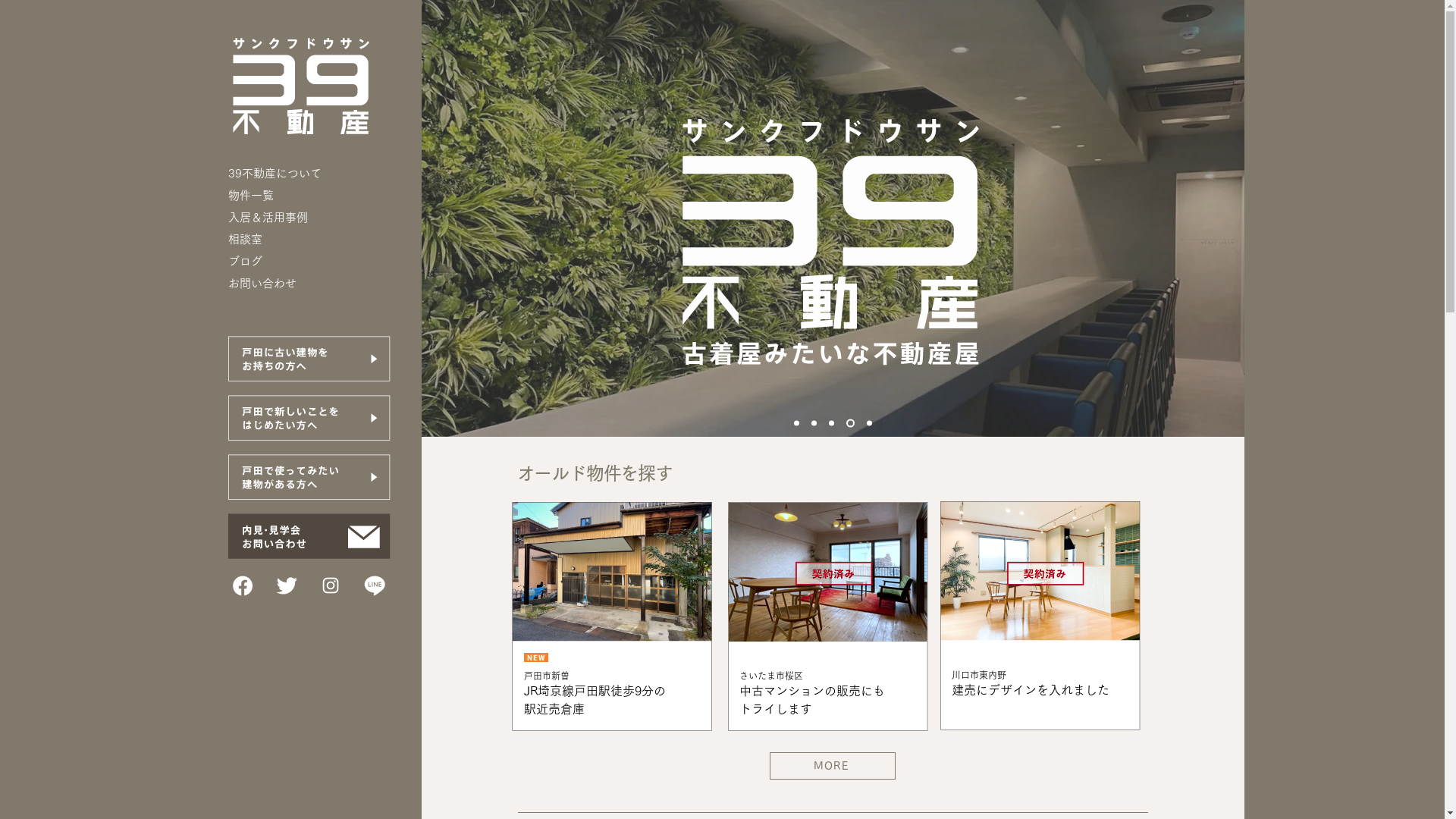 This screenshot has width=1456, height=819. Describe the element at coordinates (768, 766) in the screenshot. I see `'MORE'` at that location.